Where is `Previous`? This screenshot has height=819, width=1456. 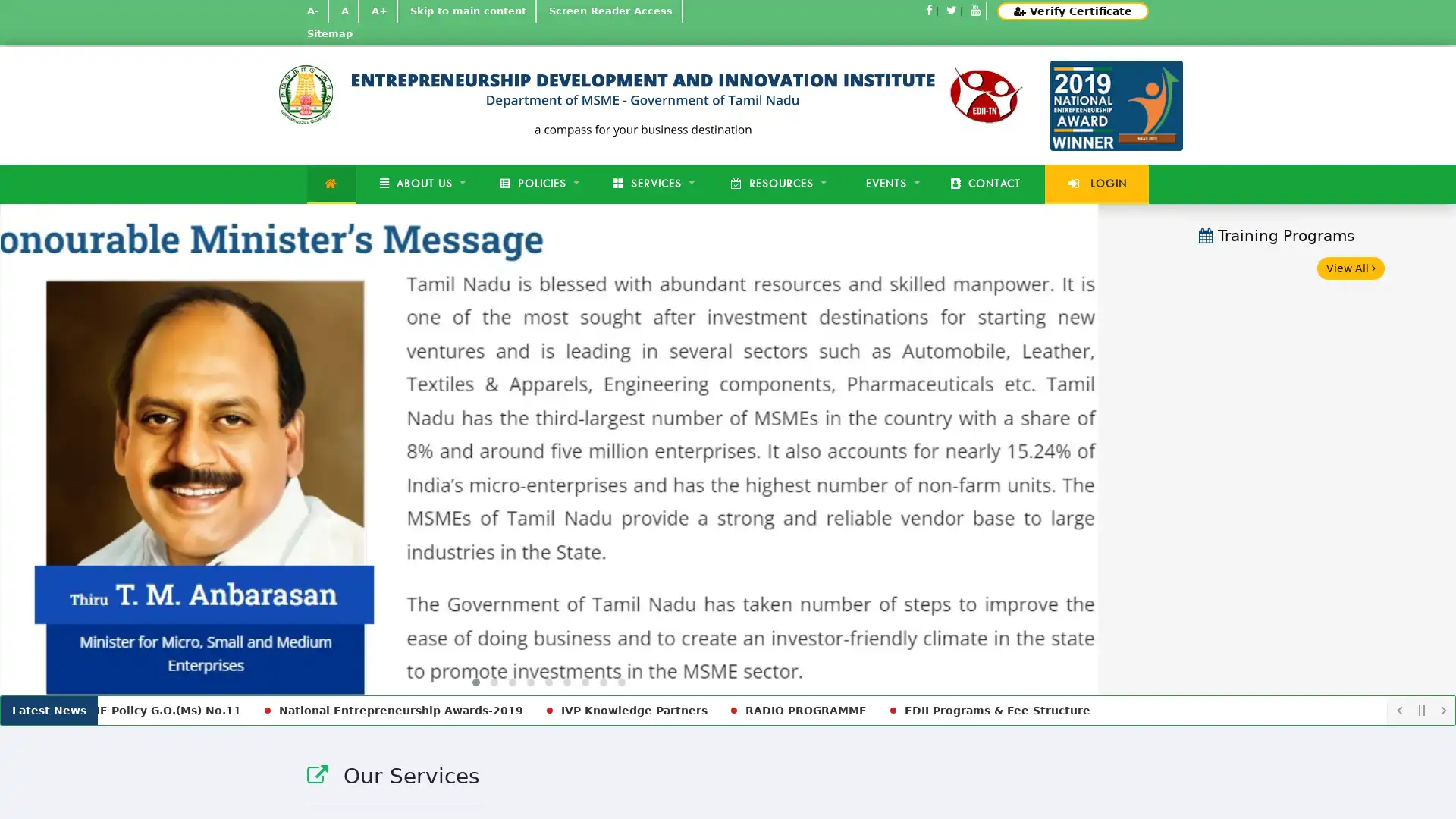
Previous is located at coordinates (30, 433).